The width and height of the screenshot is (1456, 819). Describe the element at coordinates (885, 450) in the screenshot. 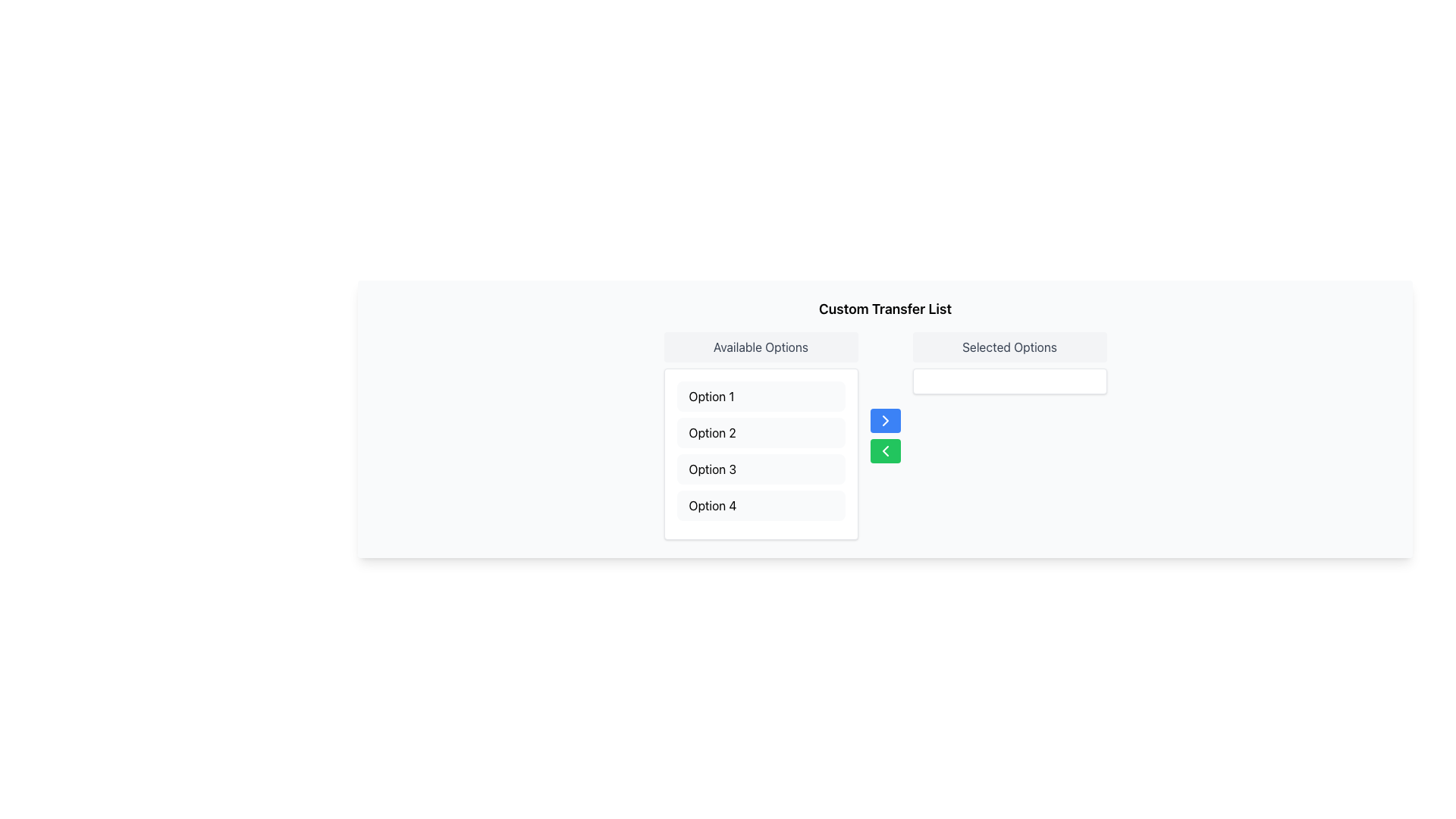

I see `the leftward-pointing chevron-shaped SVG icon located within a button in the bottom-right area of the 'Available Options' section` at that location.